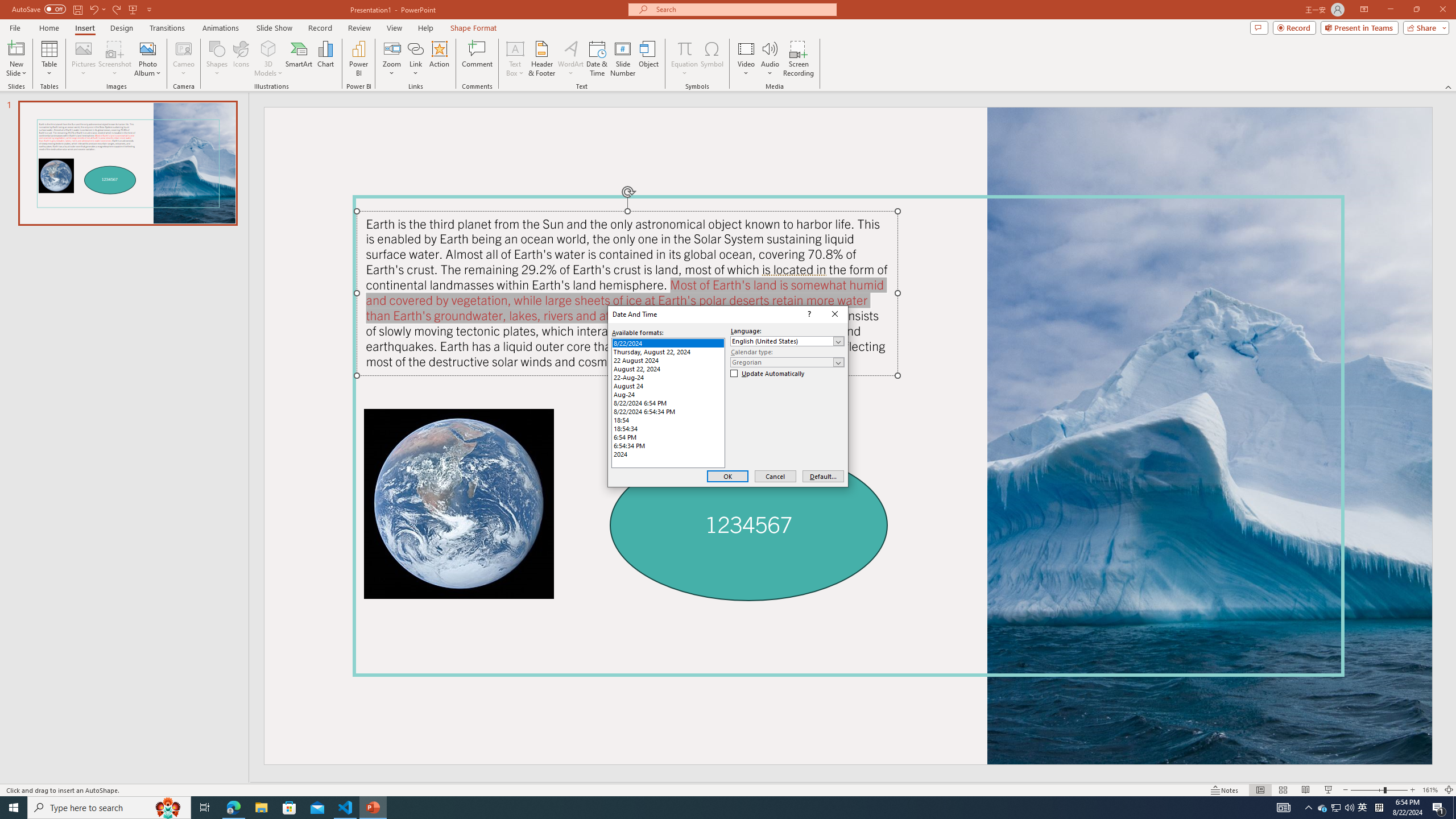 The image size is (1456, 819). I want to click on 'Zoom 161%', so click(1430, 790).